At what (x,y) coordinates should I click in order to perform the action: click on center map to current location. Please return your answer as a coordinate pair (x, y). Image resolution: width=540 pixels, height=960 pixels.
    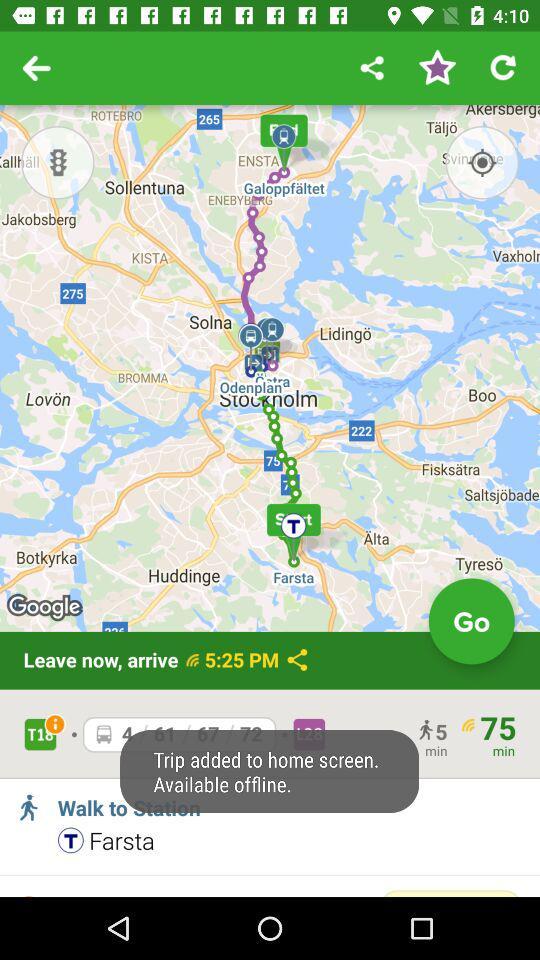
    Looking at the image, I should click on (481, 161).